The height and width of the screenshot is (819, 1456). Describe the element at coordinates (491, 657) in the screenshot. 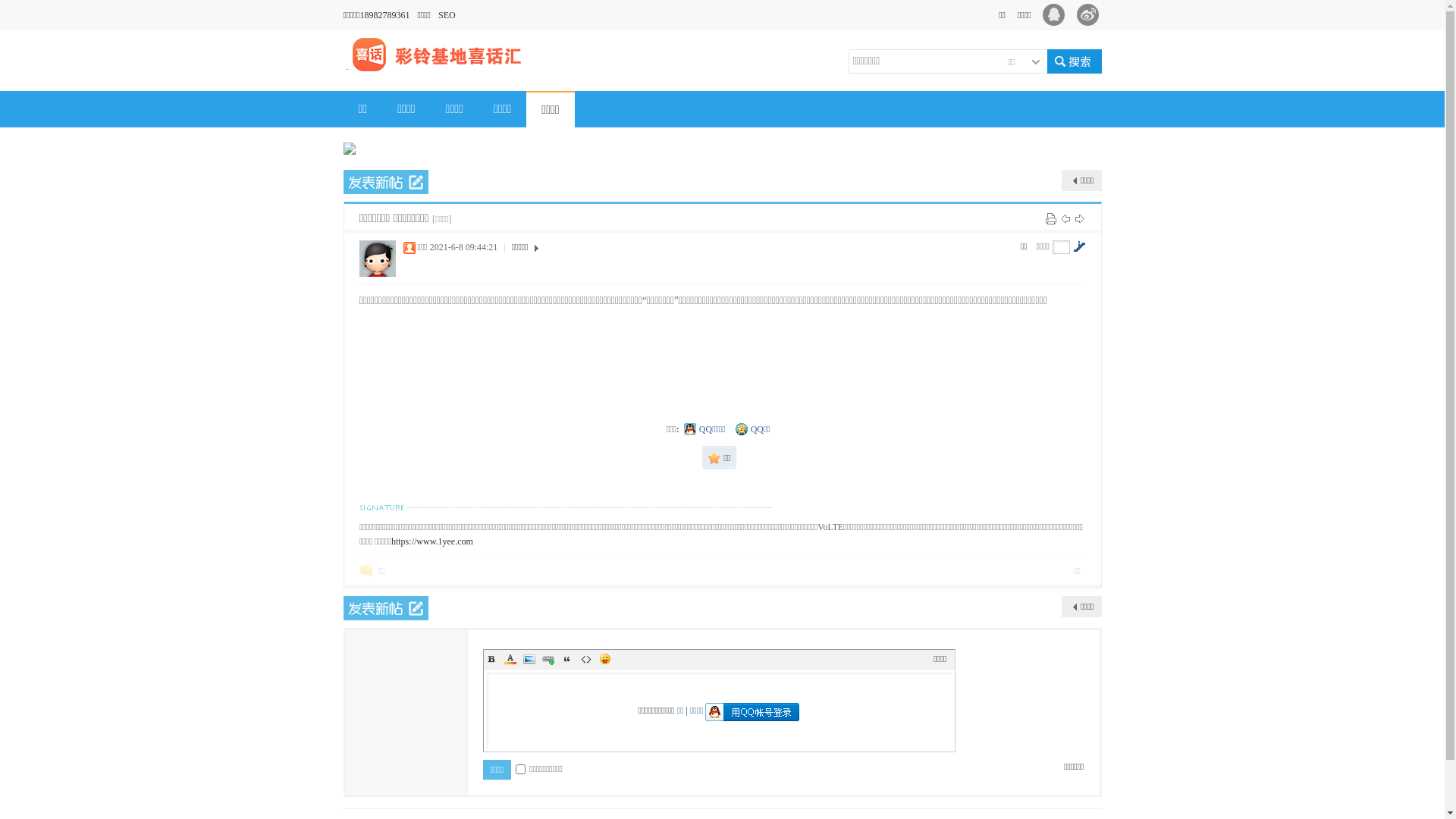

I see `'B'` at that location.